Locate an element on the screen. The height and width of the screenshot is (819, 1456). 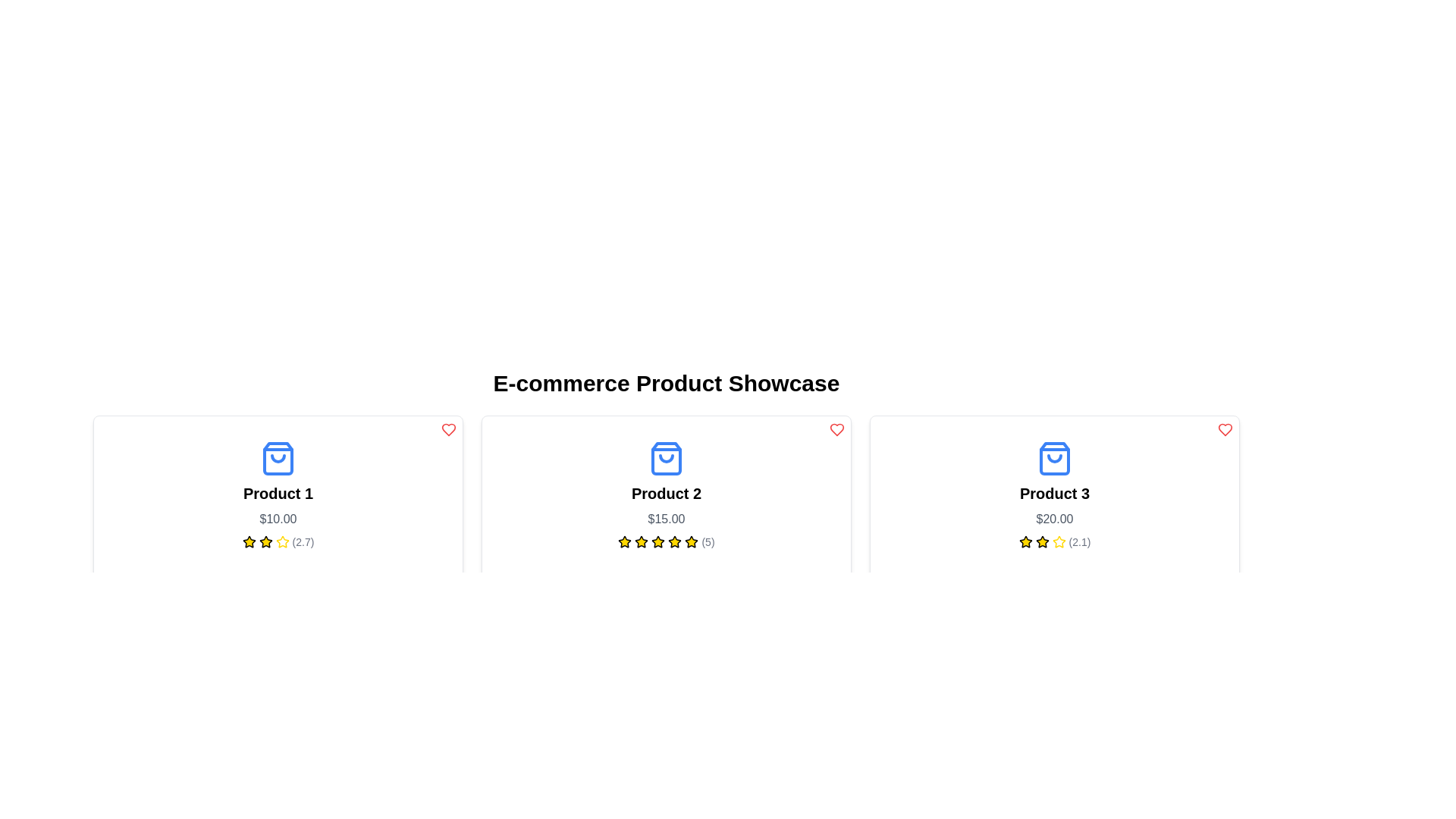
the rating display component below the price label '$20.00' for 'Product 3' is located at coordinates (1054, 541).